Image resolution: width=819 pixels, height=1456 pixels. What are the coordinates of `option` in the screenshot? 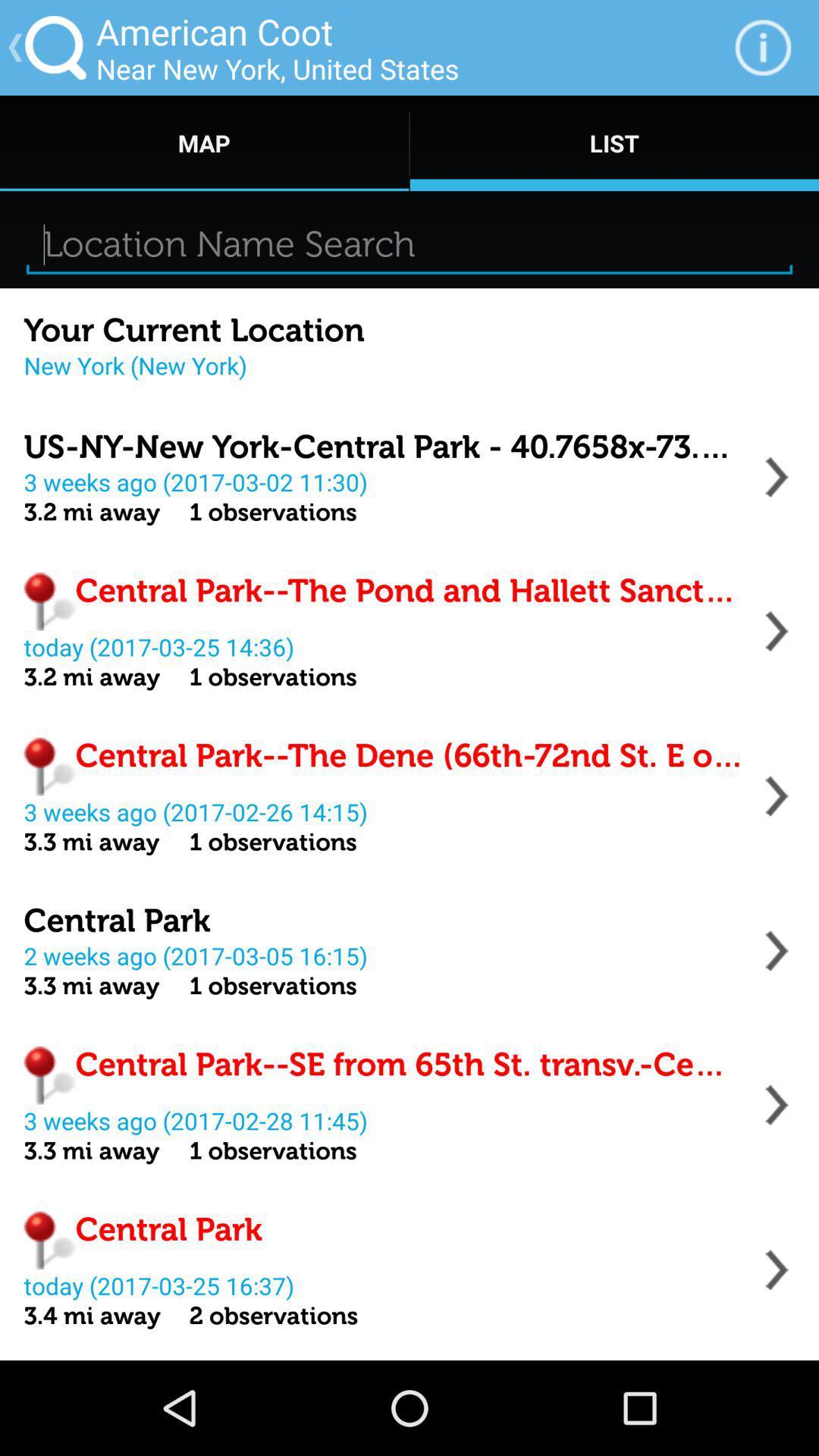 It's located at (777, 1269).